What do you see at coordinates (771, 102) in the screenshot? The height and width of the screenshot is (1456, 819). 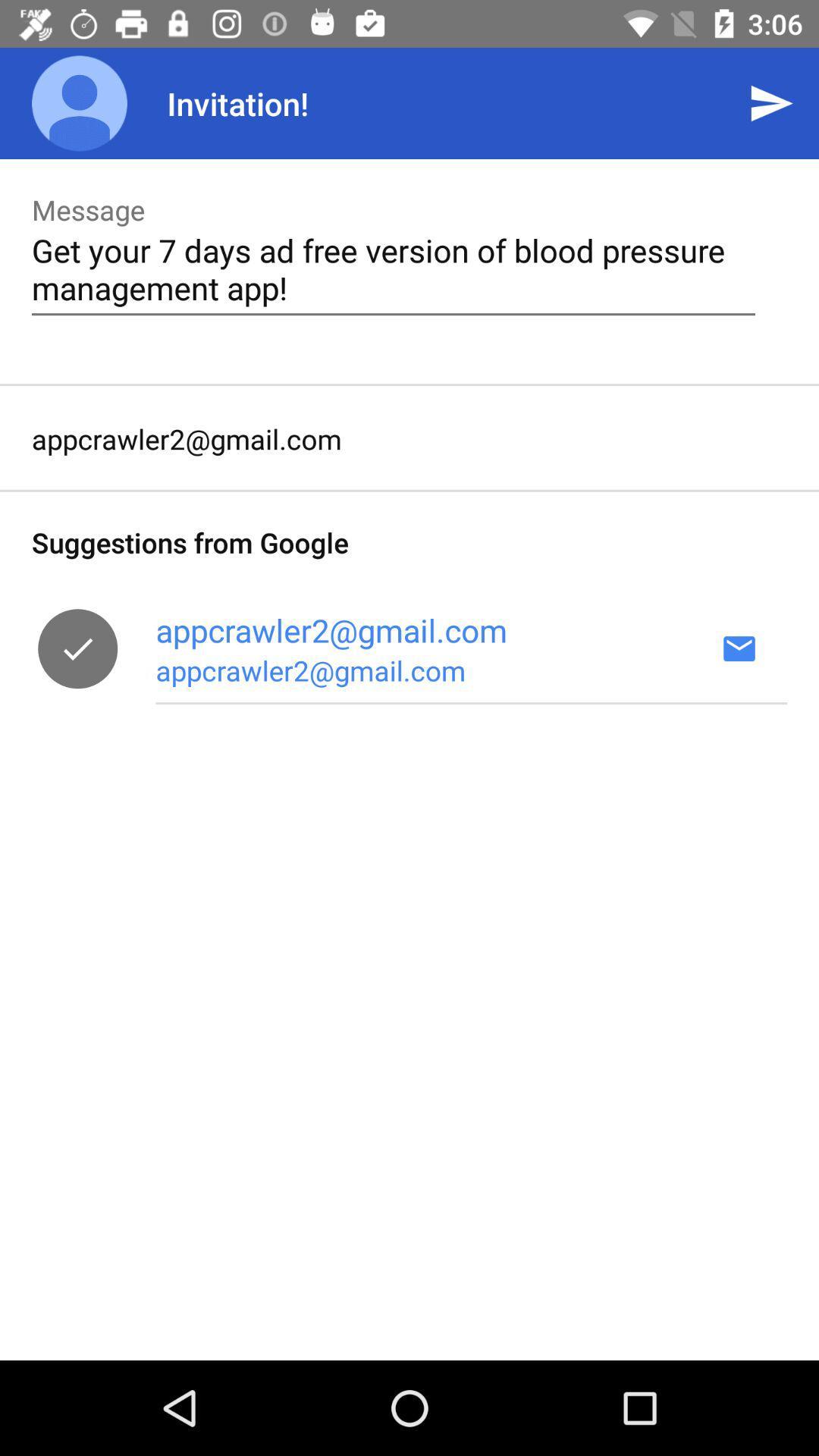 I see `the app to the right of invitation! icon` at bounding box center [771, 102].